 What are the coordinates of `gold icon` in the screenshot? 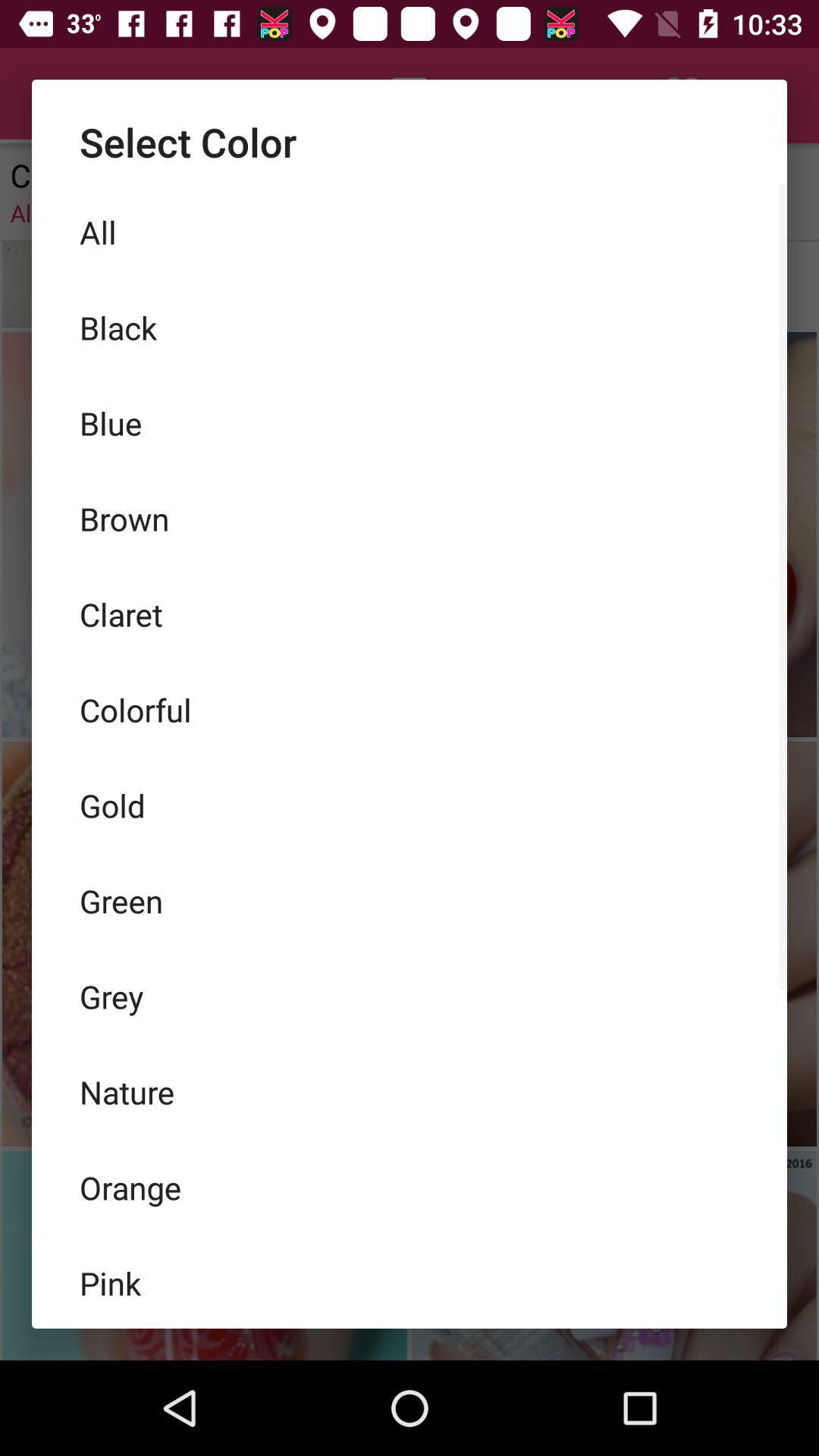 It's located at (409, 804).